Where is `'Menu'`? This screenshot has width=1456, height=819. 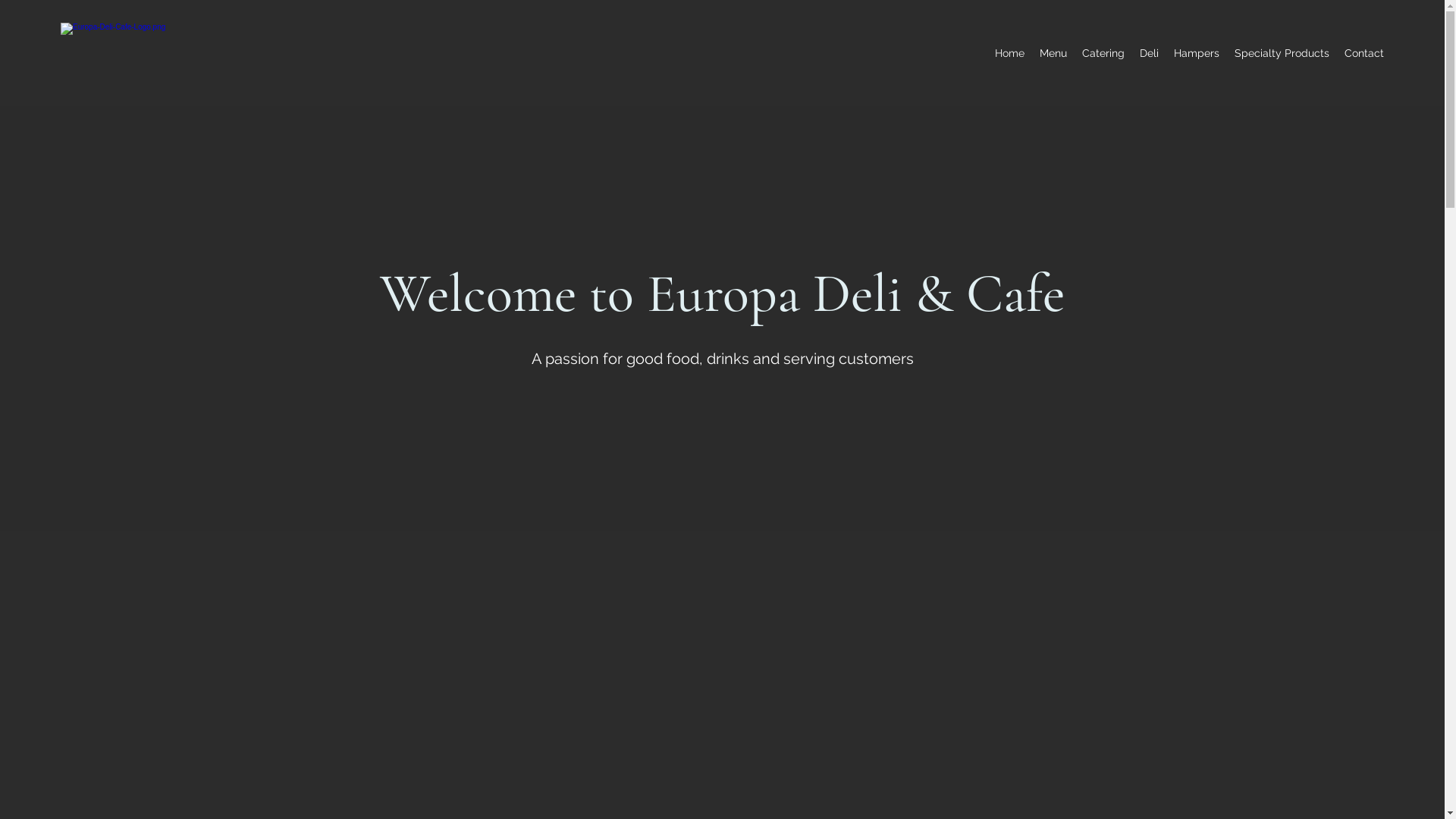 'Menu' is located at coordinates (1052, 52).